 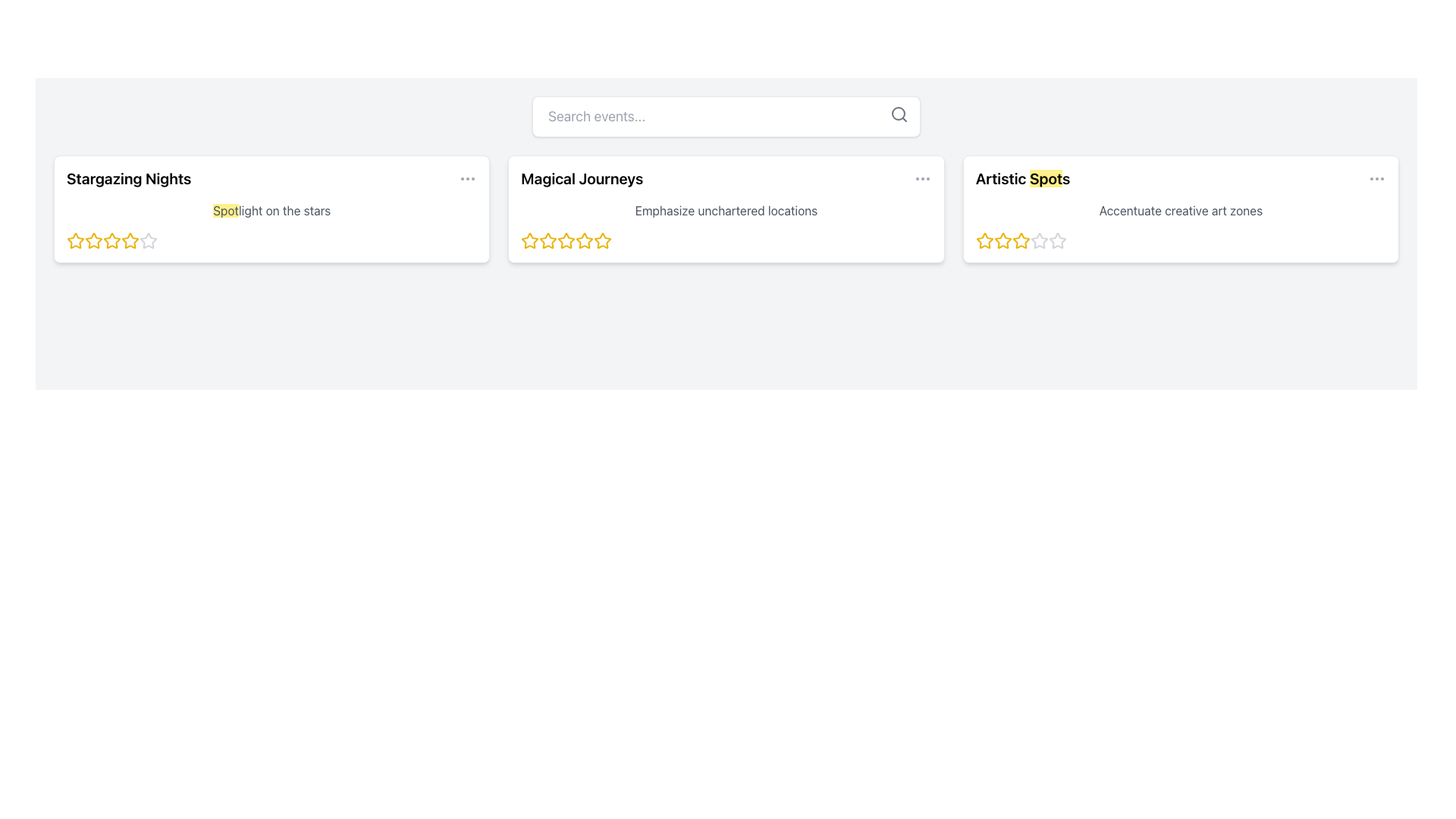 I want to click on the small black text character located to the right of the word 'Spot' in the title 'Artistic Spots', so click(x=1065, y=177).